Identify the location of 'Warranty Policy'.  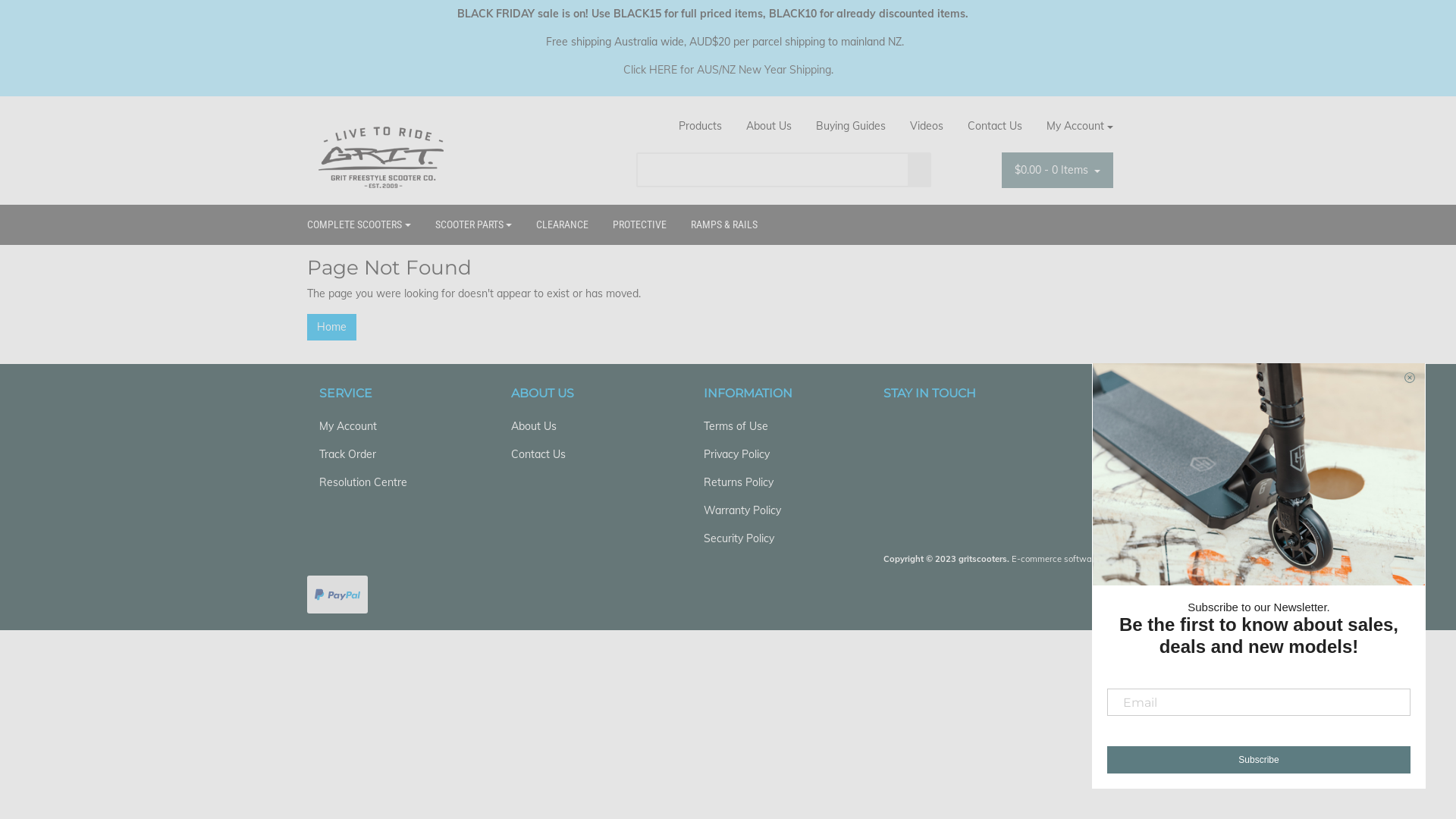
(776, 510).